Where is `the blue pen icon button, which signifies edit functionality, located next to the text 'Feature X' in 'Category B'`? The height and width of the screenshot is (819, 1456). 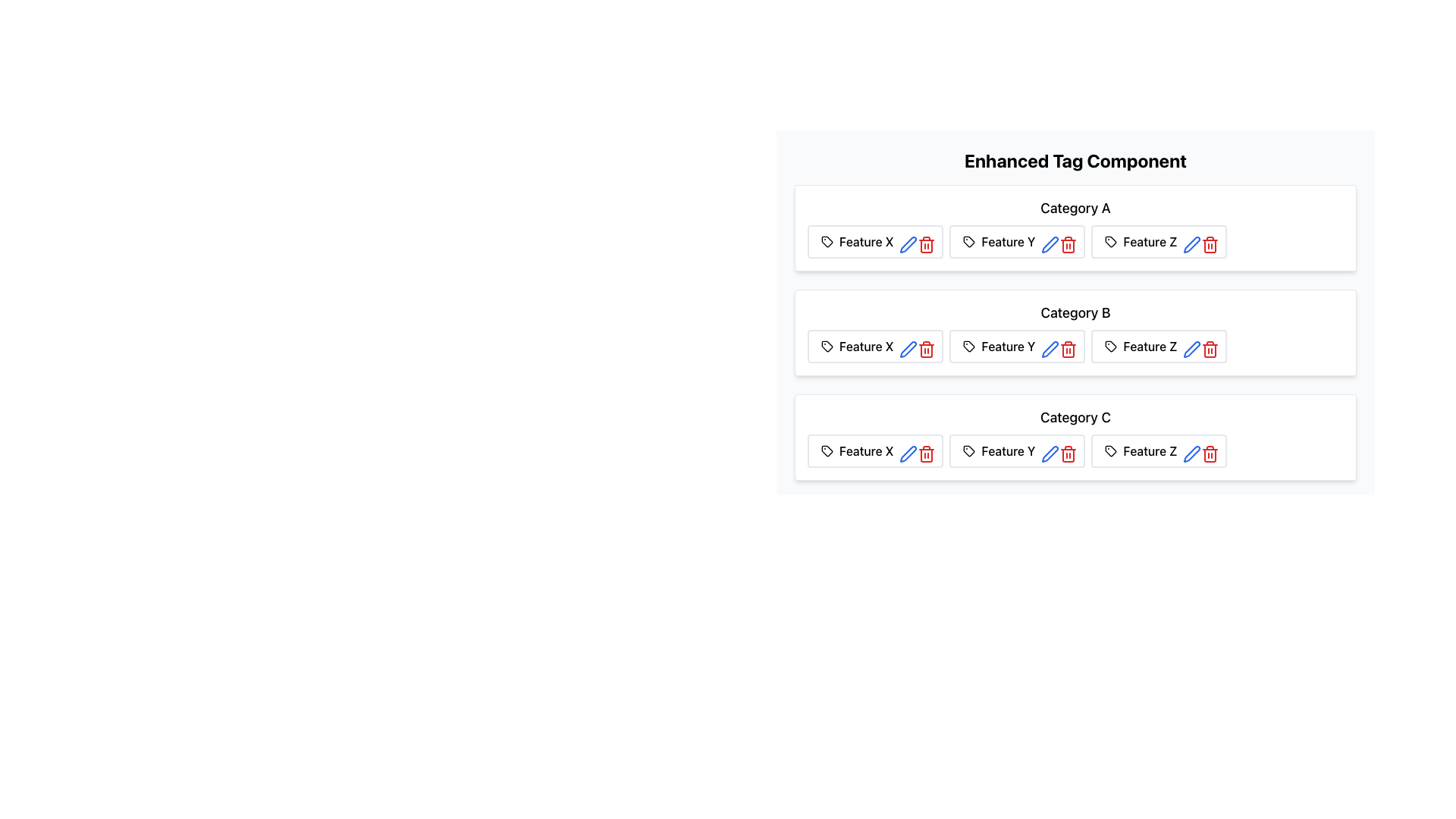 the blue pen icon button, which signifies edit functionality, located next to the text 'Feature X' in 'Category B' is located at coordinates (908, 350).